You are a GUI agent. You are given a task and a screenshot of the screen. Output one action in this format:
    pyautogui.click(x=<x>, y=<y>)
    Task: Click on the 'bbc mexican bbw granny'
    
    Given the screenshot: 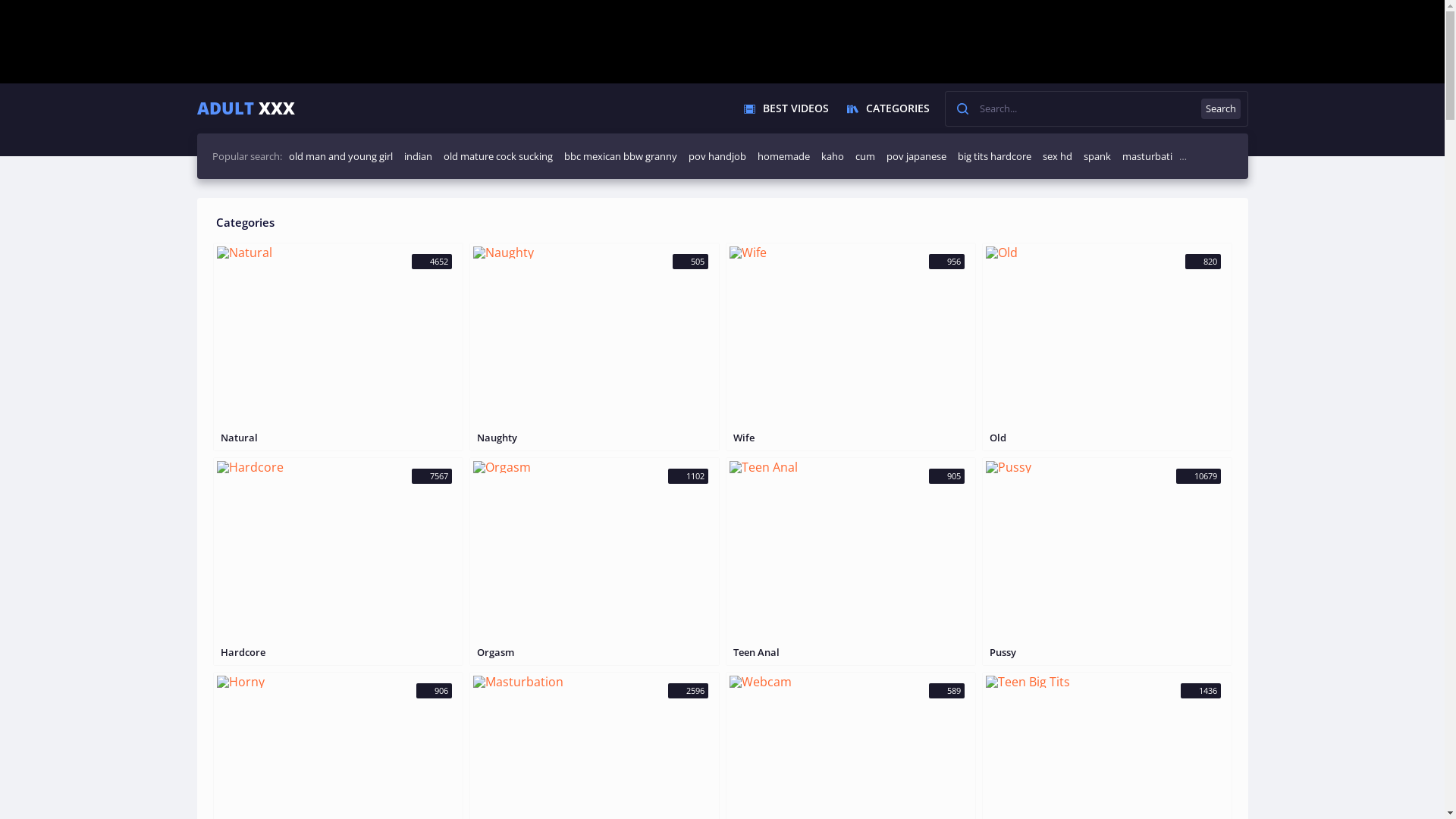 What is the action you would take?
    pyautogui.click(x=620, y=155)
    